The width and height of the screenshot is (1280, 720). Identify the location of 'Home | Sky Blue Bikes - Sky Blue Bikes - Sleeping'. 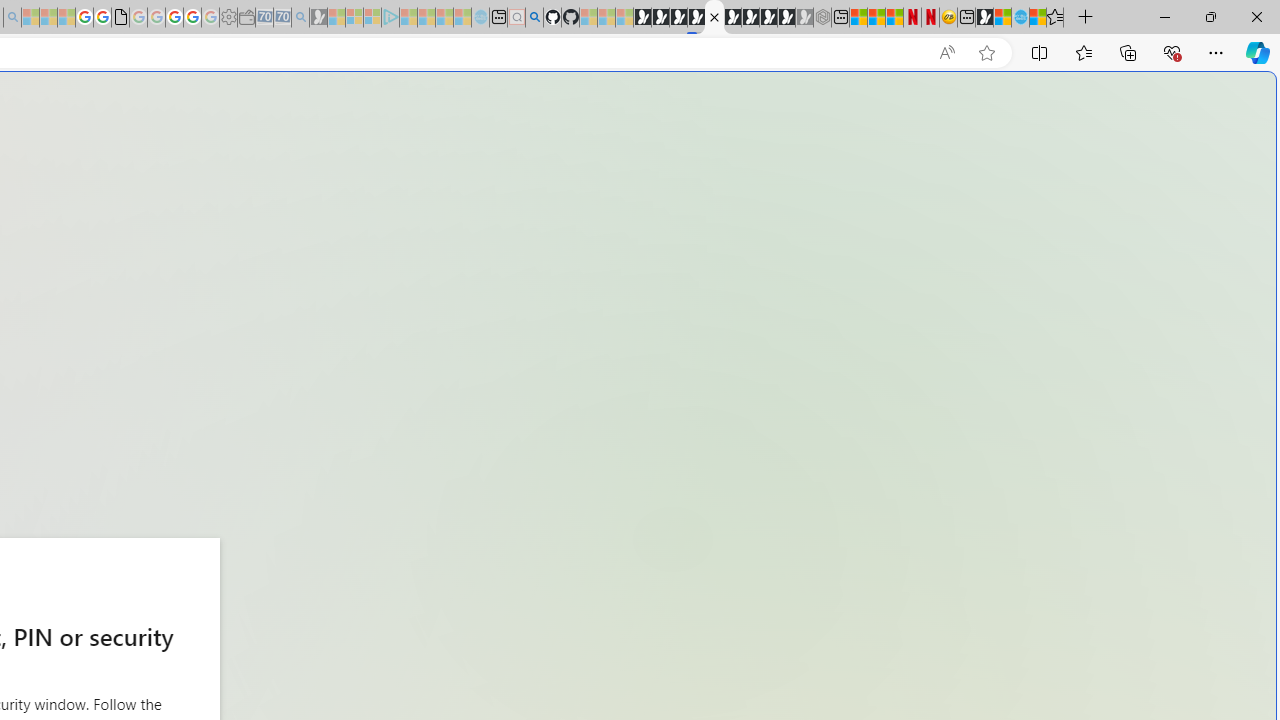
(480, 17).